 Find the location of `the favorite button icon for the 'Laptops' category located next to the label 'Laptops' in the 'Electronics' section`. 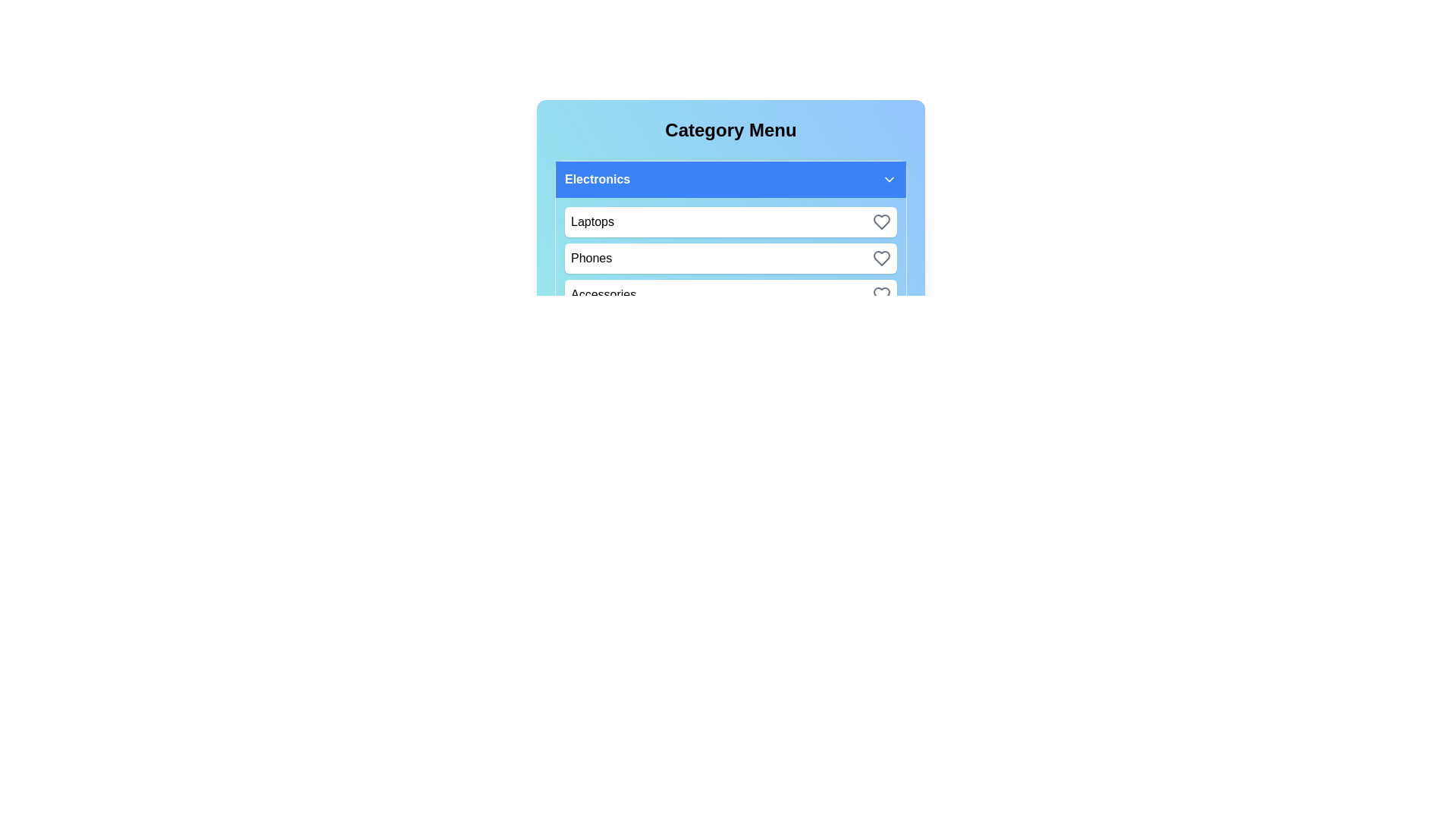

the favorite button icon for the 'Laptops' category located next to the label 'Laptops' in the 'Electronics' section is located at coordinates (881, 222).